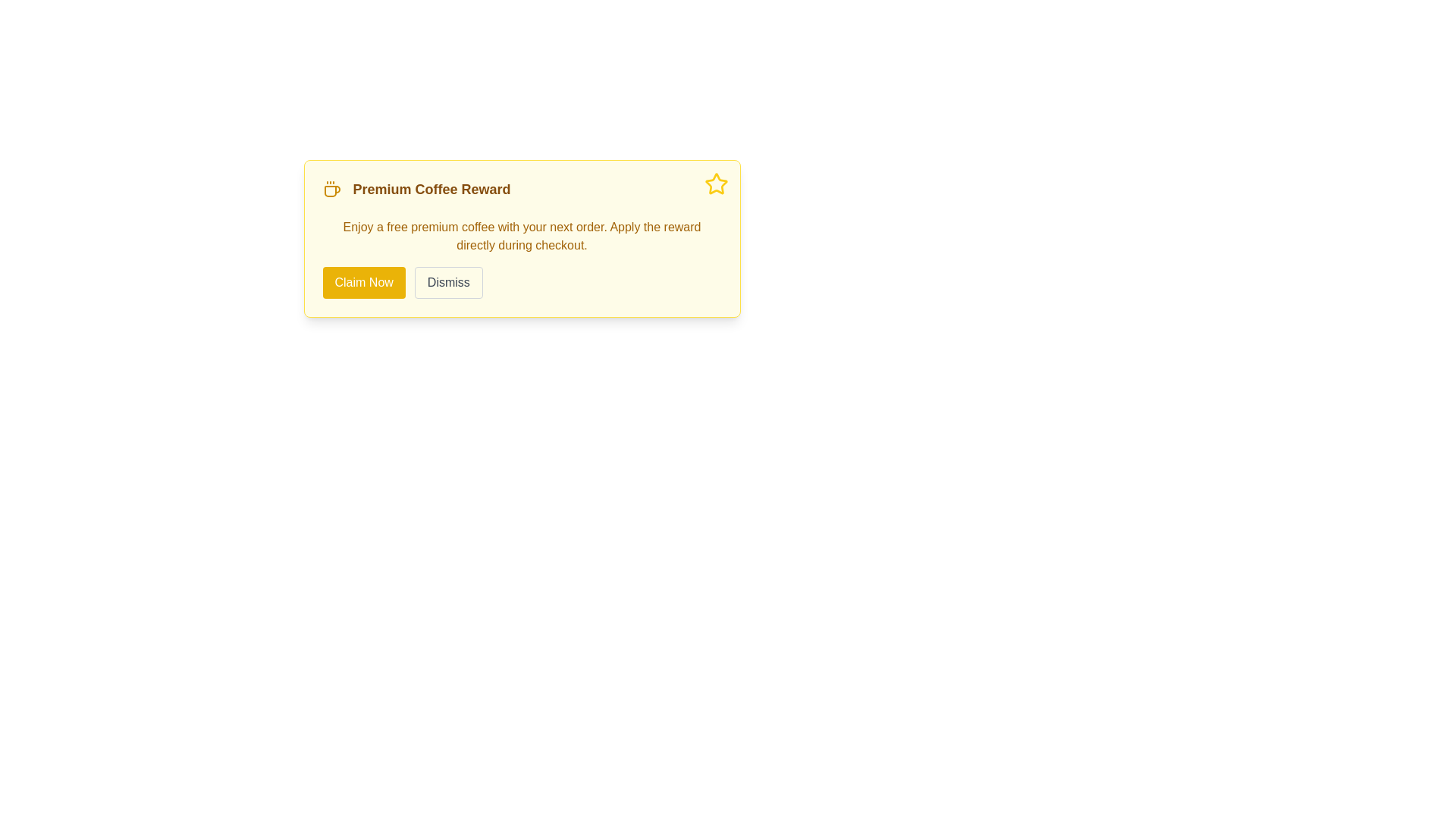 Image resolution: width=1456 pixels, height=819 pixels. What do you see at coordinates (331, 189) in the screenshot?
I see `the coffee cup icon located at the leftmost position of the 'Premium Coffee Reward' section, which is colored warm yellow with orange tint and has steam lines above it` at bounding box center [331, 189].